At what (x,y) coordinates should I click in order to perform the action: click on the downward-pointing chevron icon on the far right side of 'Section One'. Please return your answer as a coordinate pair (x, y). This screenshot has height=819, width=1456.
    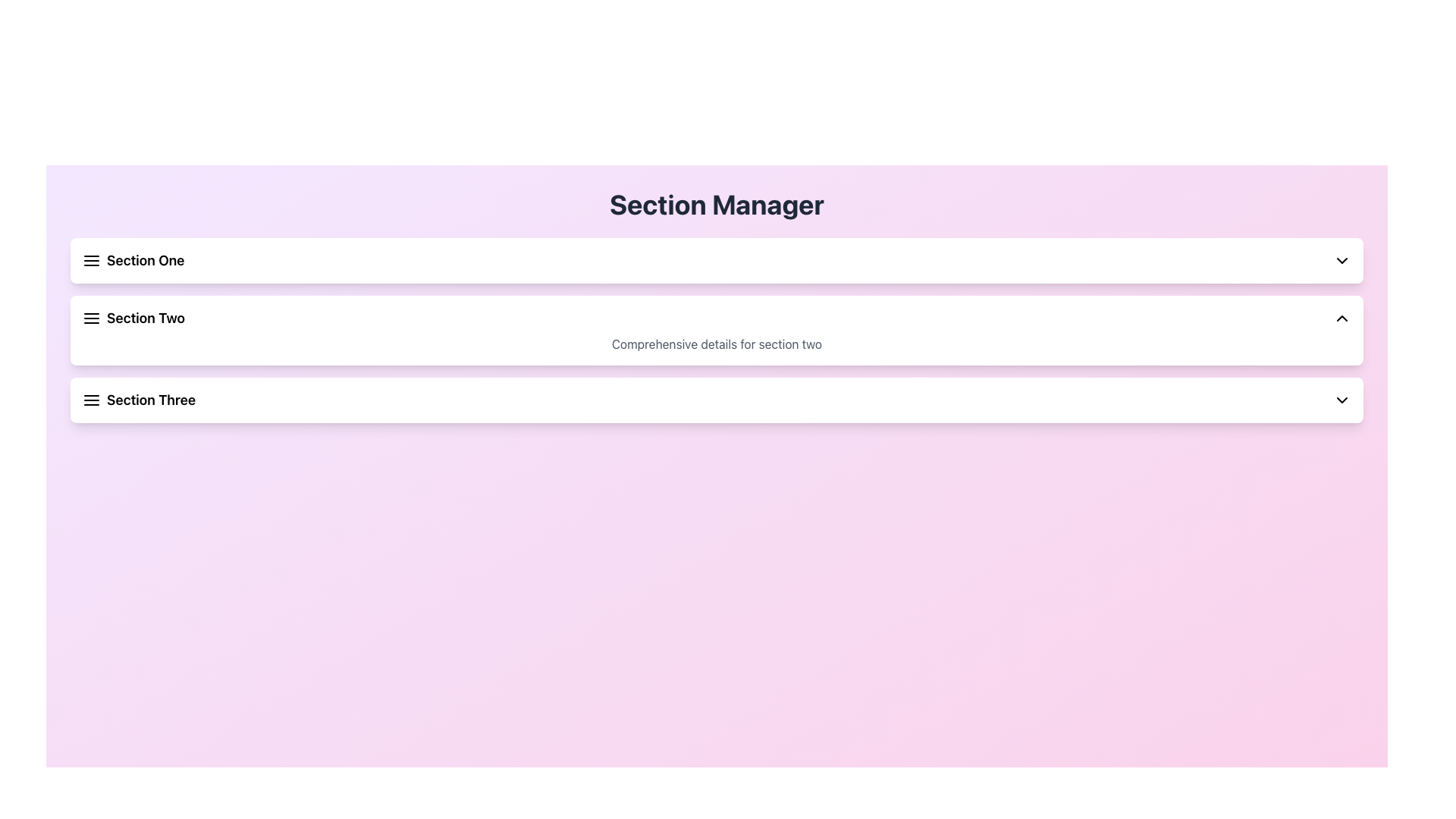
    Looking at the image, I should click on (1342, 259).